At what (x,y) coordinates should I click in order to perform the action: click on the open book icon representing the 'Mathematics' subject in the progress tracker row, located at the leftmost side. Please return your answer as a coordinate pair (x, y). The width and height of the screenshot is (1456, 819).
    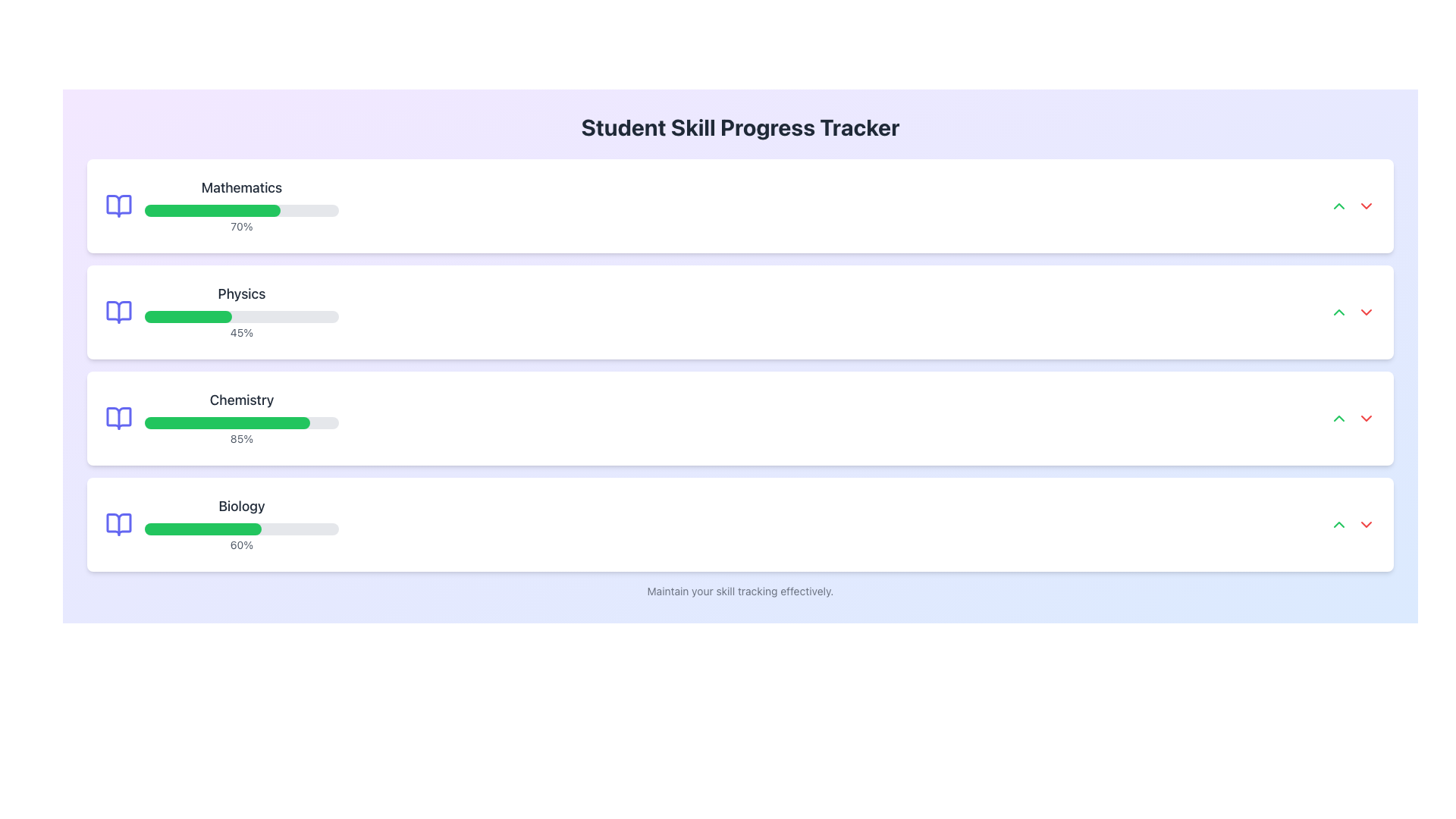
    Looking at the image, I should click on (118, 206).